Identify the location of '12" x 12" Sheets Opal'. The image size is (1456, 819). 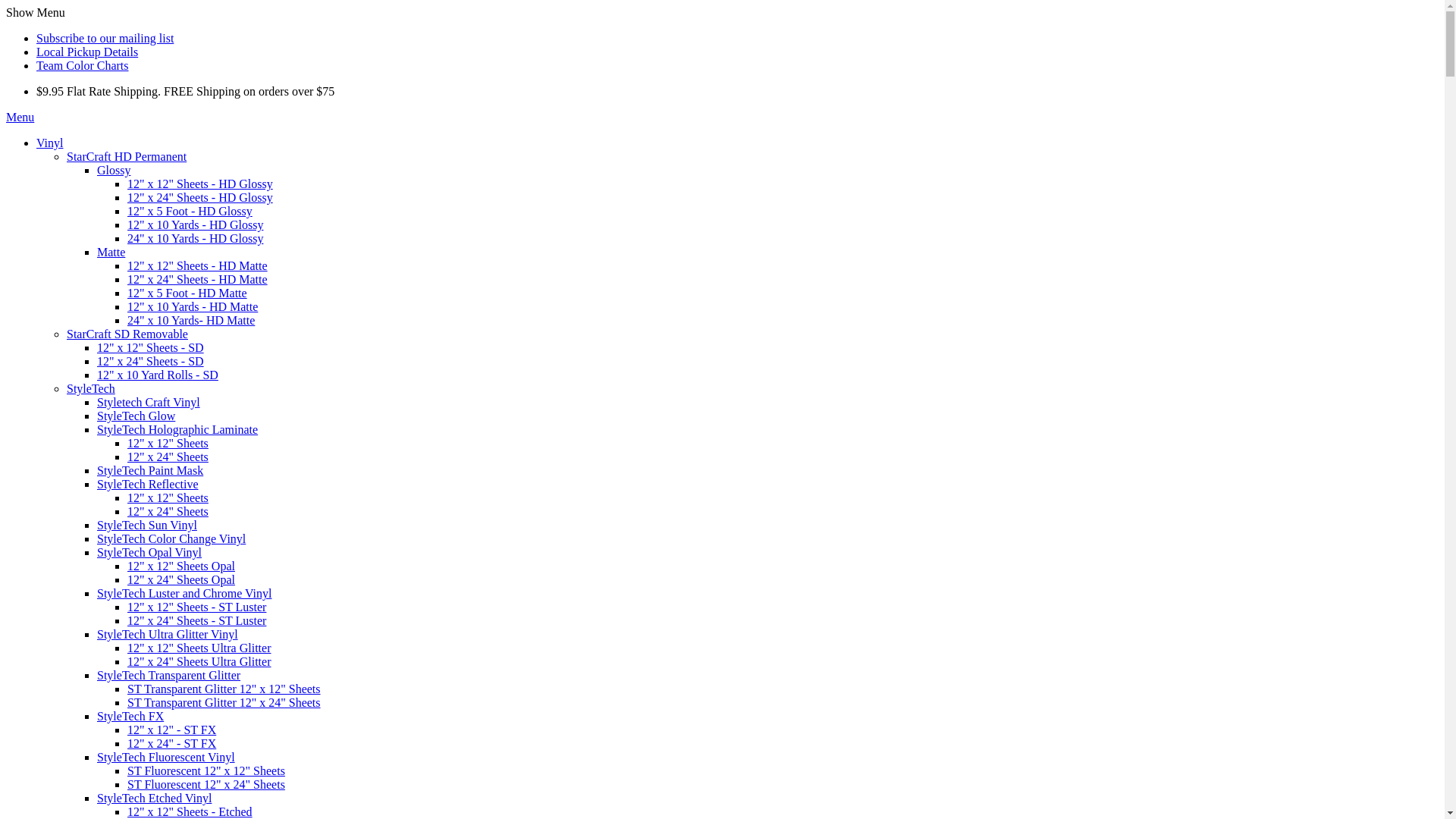
(127, 566).